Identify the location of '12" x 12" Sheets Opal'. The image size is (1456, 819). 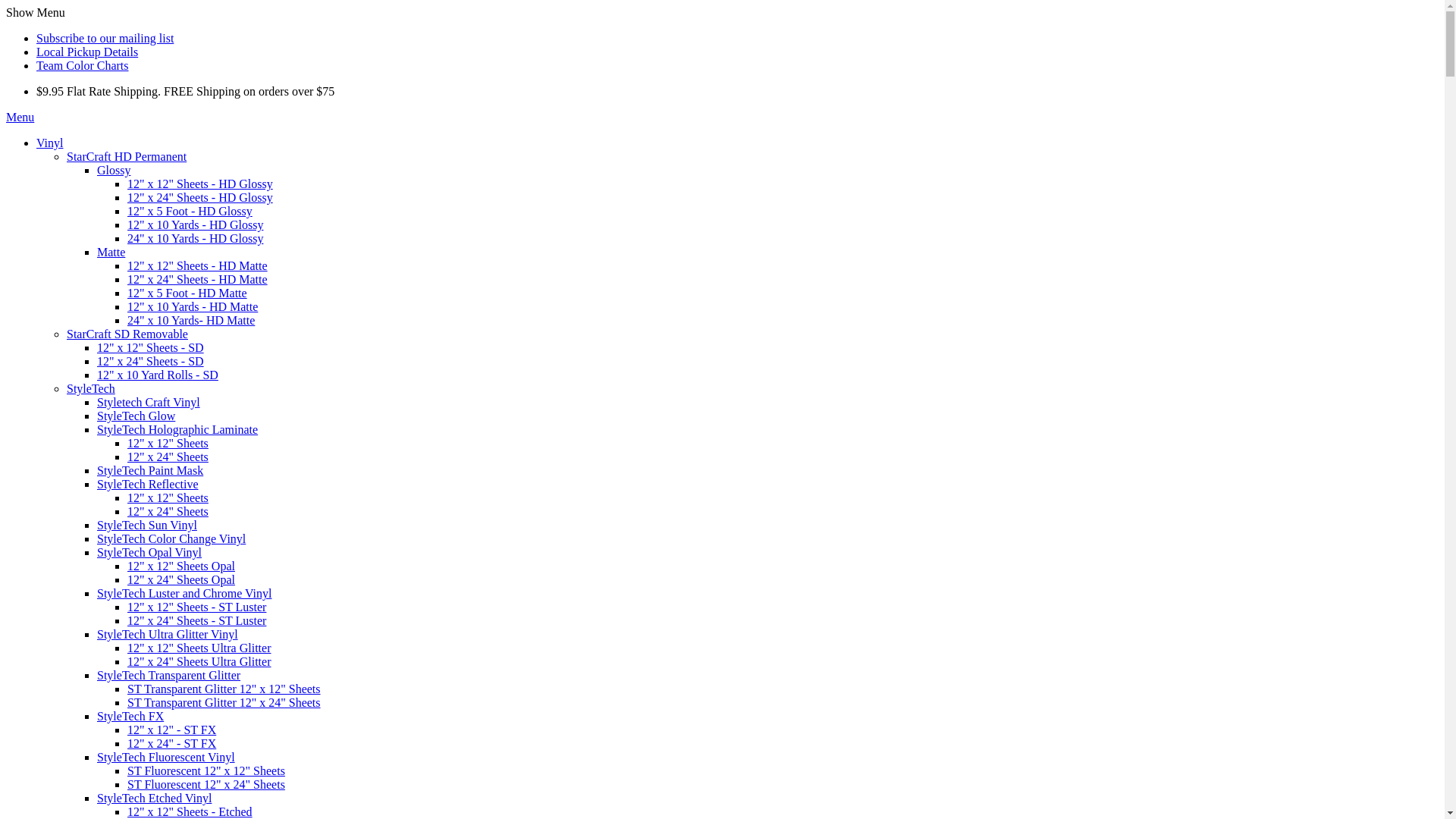
(127, 566).